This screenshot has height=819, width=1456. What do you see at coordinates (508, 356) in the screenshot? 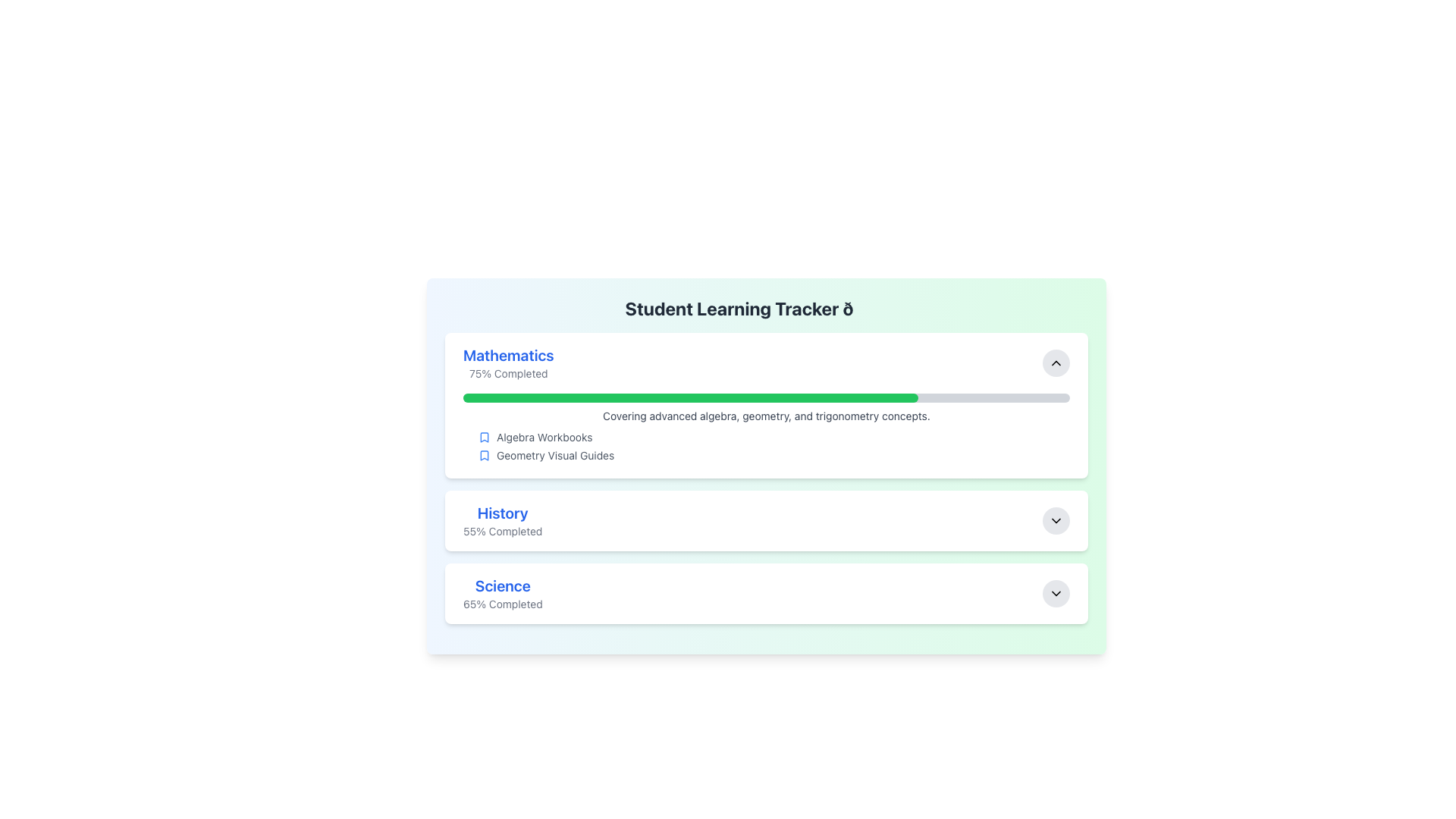
I see `the text label indicating 'Mathematics', which serves as the header for the progress tracking section` at bounding box center [508, 356].